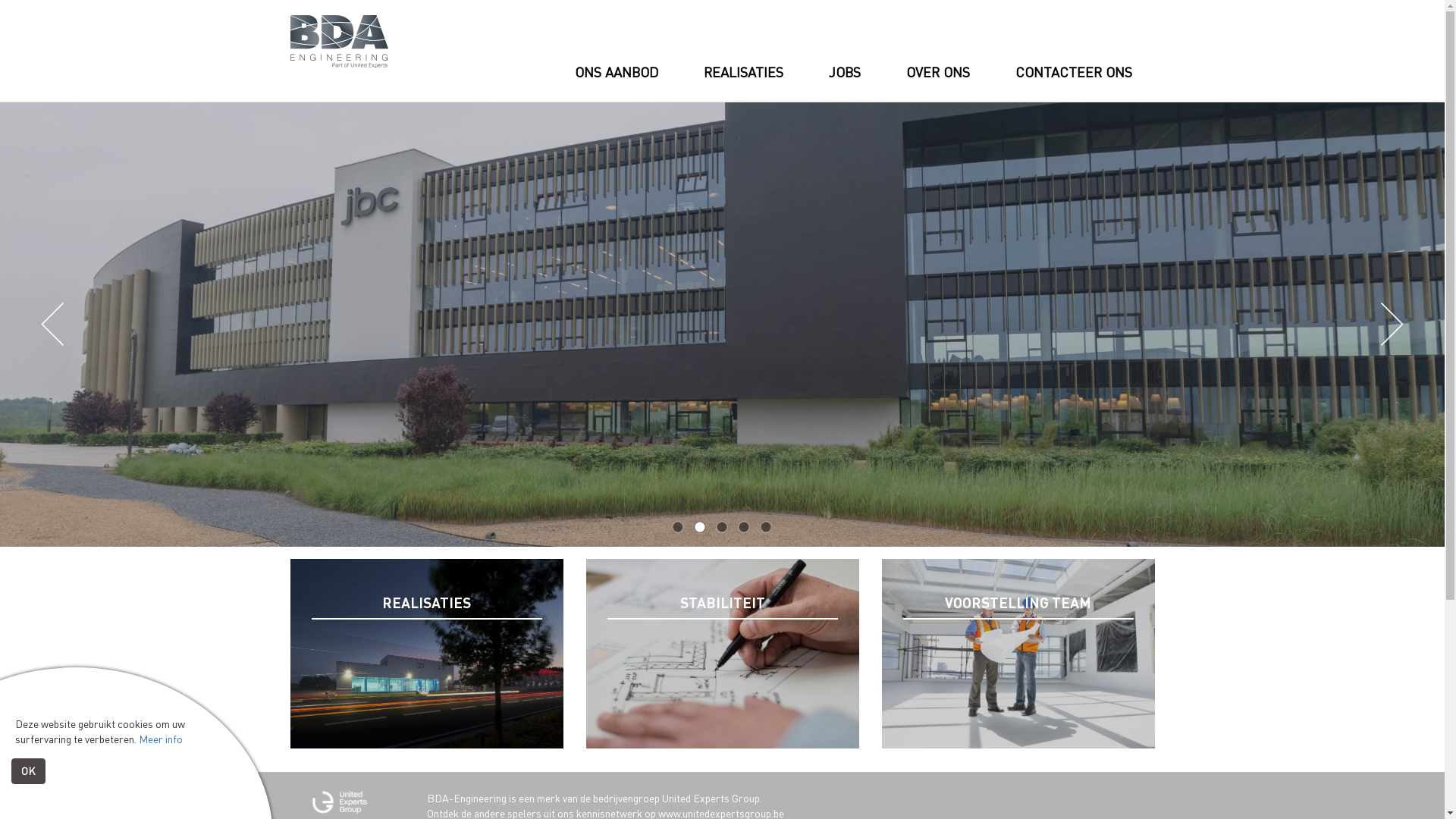 Image resolution: width=1456 pixels, height=819 pixels. Describe the element at coordinates (1018, 652) in the screenshot. I see `'VOORSTELLING TEAM'` at that location.